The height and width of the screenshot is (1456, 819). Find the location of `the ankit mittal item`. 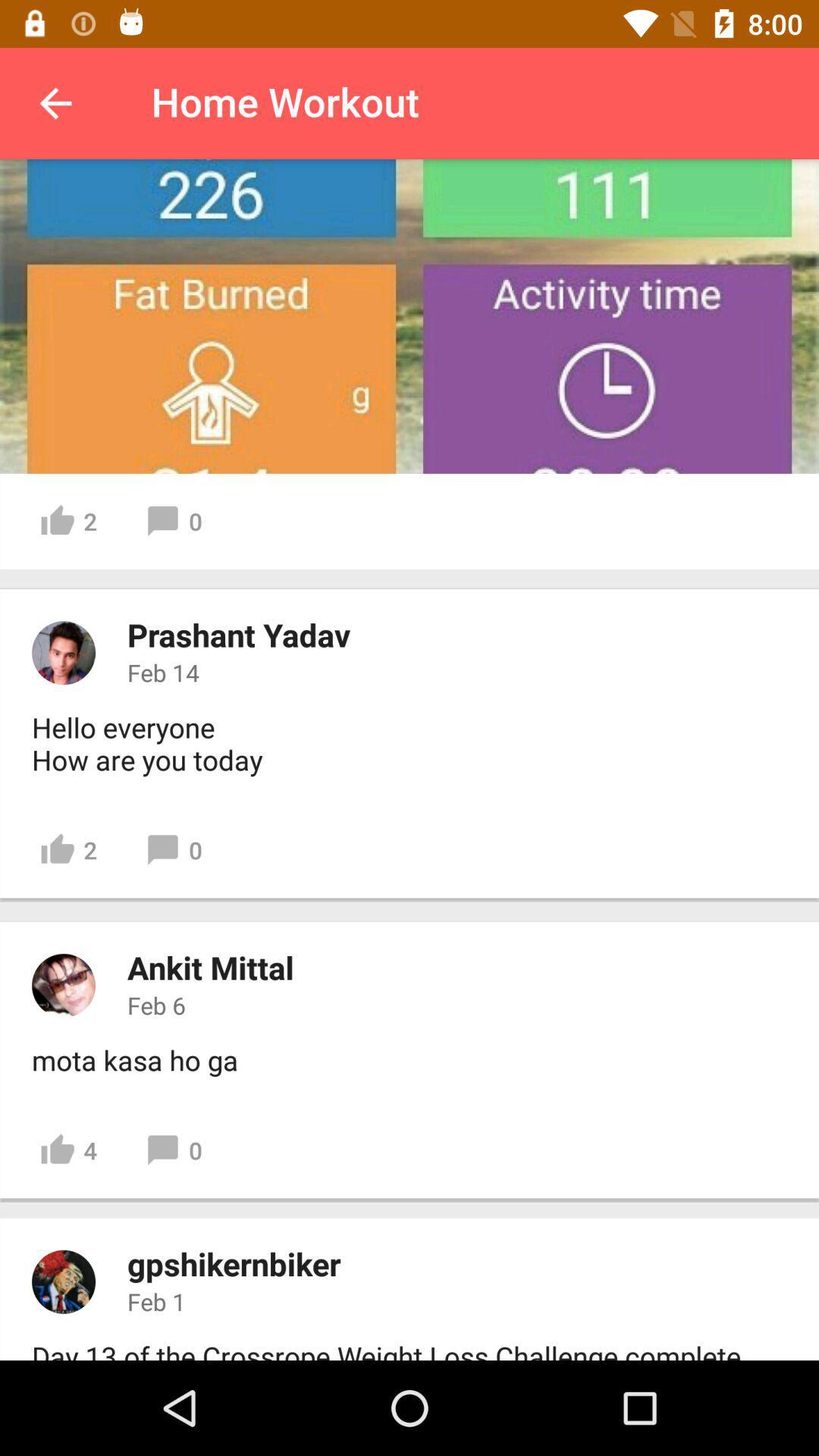

the ankit mittal item is located at coordinates (210, 966).